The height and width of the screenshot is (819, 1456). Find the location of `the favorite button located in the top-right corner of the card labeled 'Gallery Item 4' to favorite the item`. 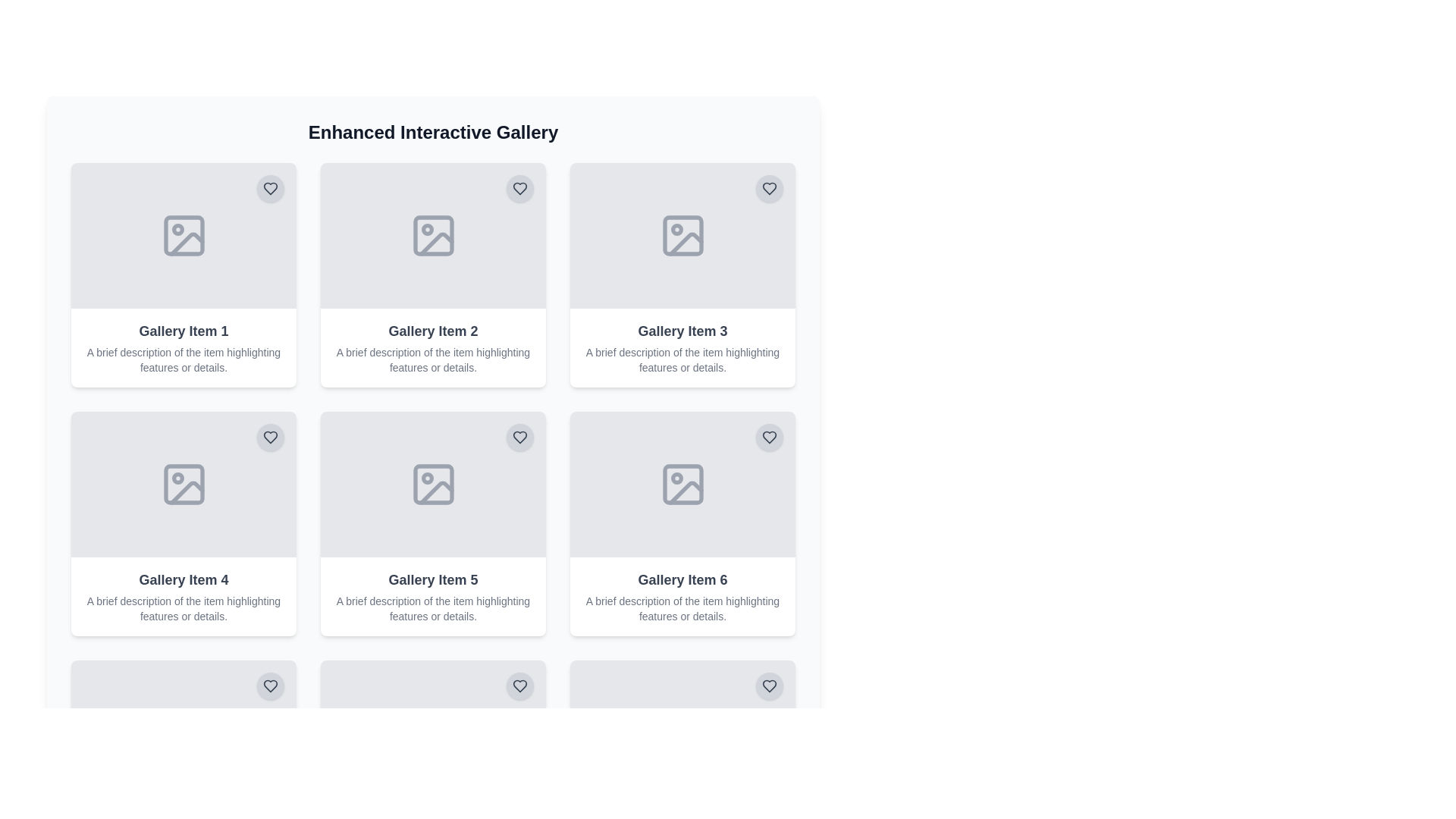

the favorite button located in the top-right corner of the card labeled 'Gallery Item 4' to favorite the item is located at coordinates (270, 438).